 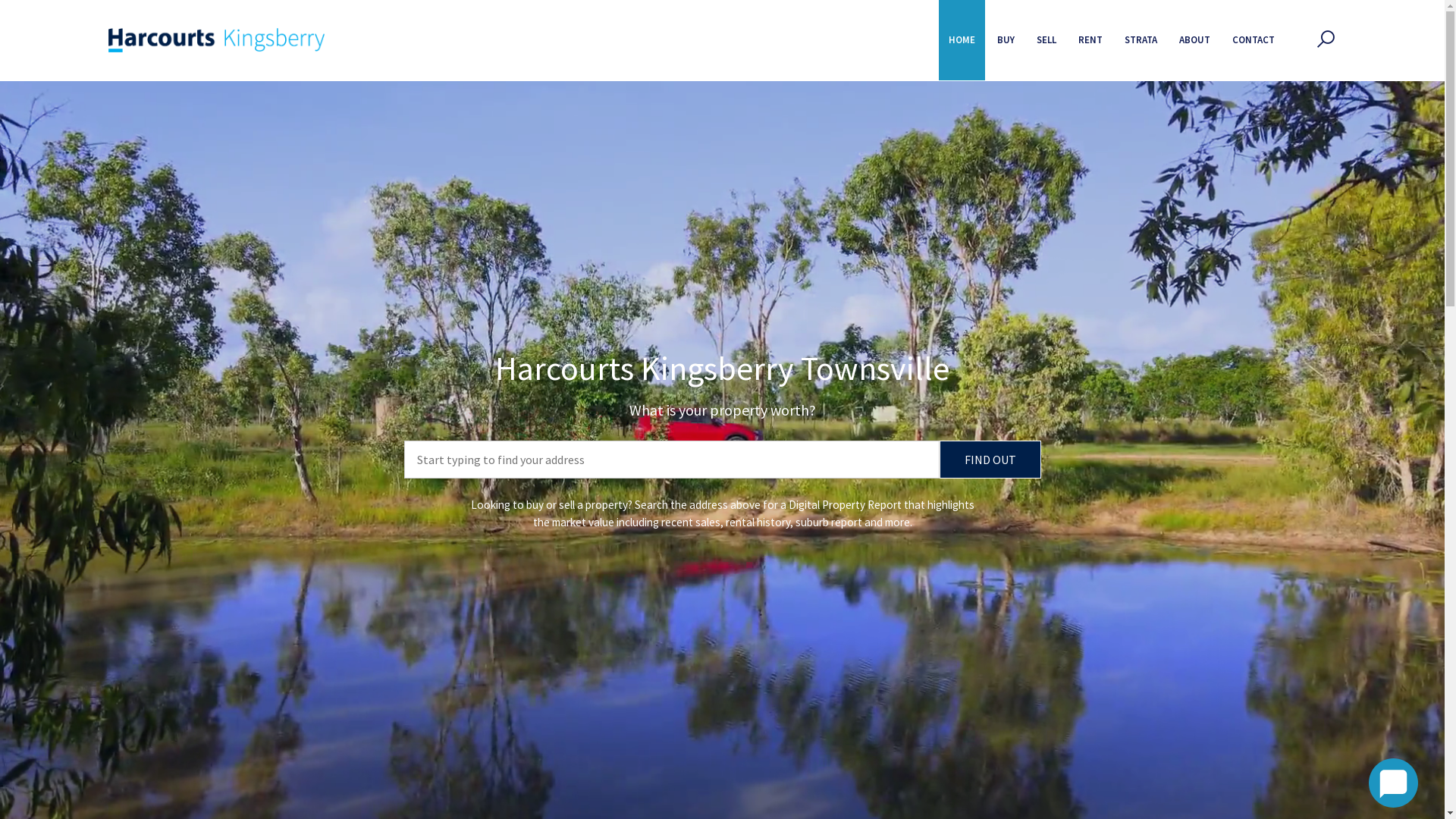 I want to click on 'SELL', so click(x=1046, y=39).